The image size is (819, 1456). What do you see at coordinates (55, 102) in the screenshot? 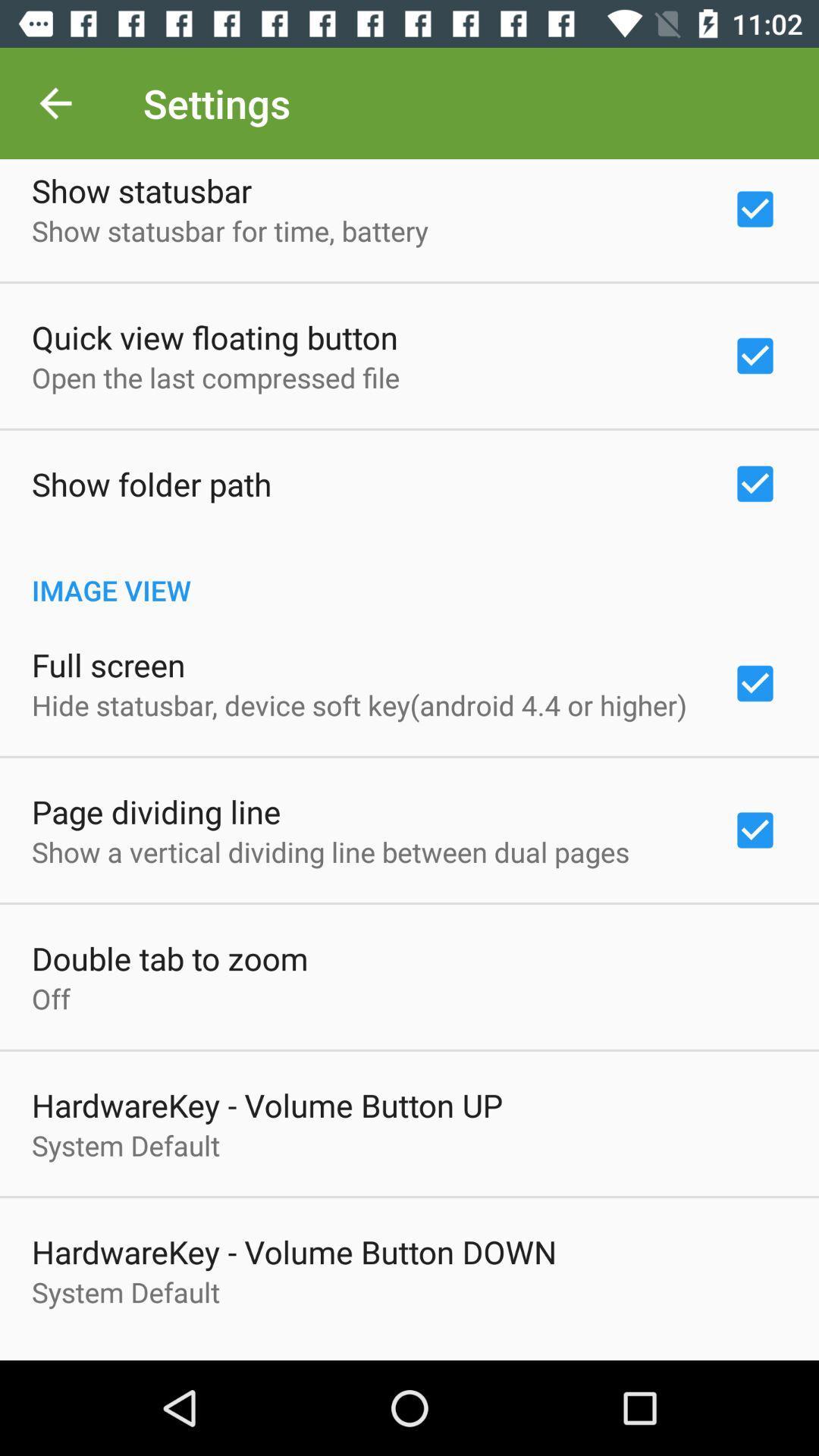
I see `the icon above the show statusbar item` at bounding box center [55, 102].